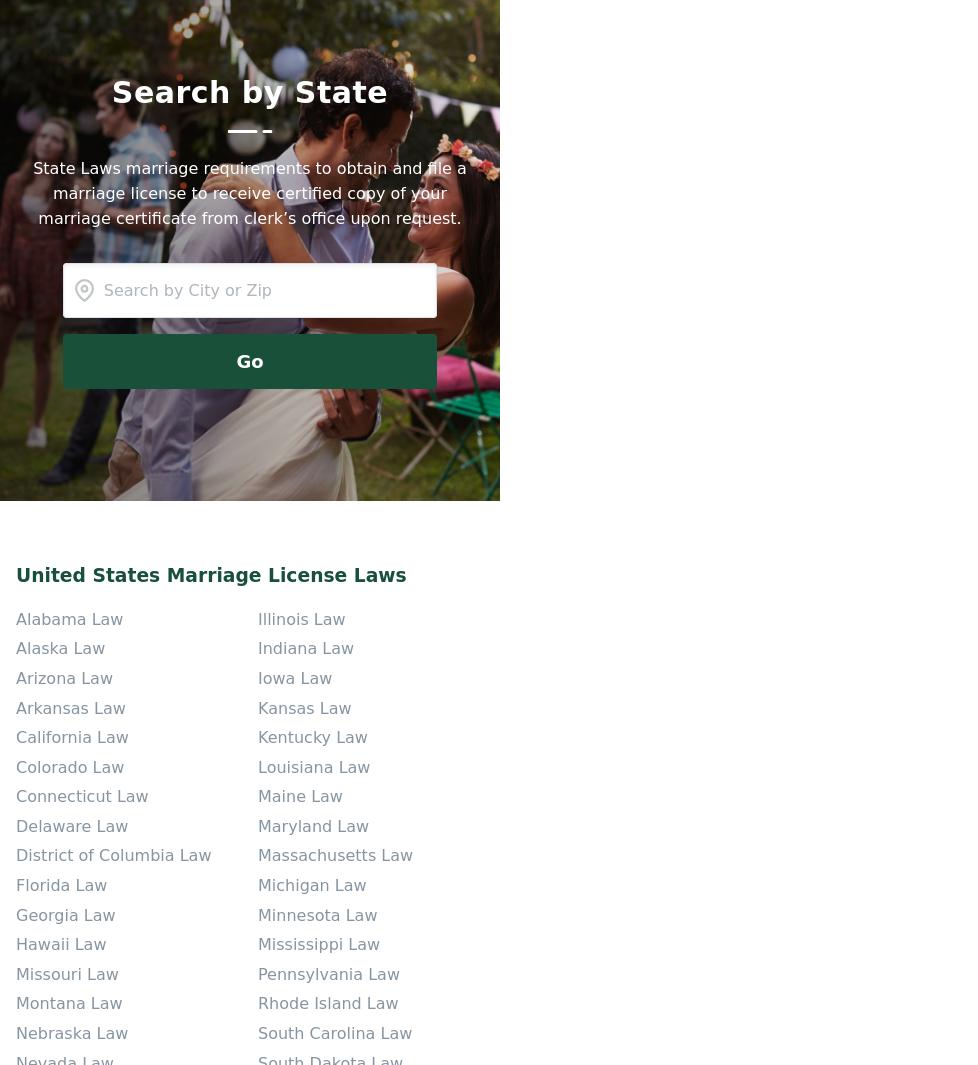 The height and width of the screenshot is (1065, 978). Describe the element at coordinates (327, 973) in the screenshot. I see `'Pennsylvania Law'` at that location.